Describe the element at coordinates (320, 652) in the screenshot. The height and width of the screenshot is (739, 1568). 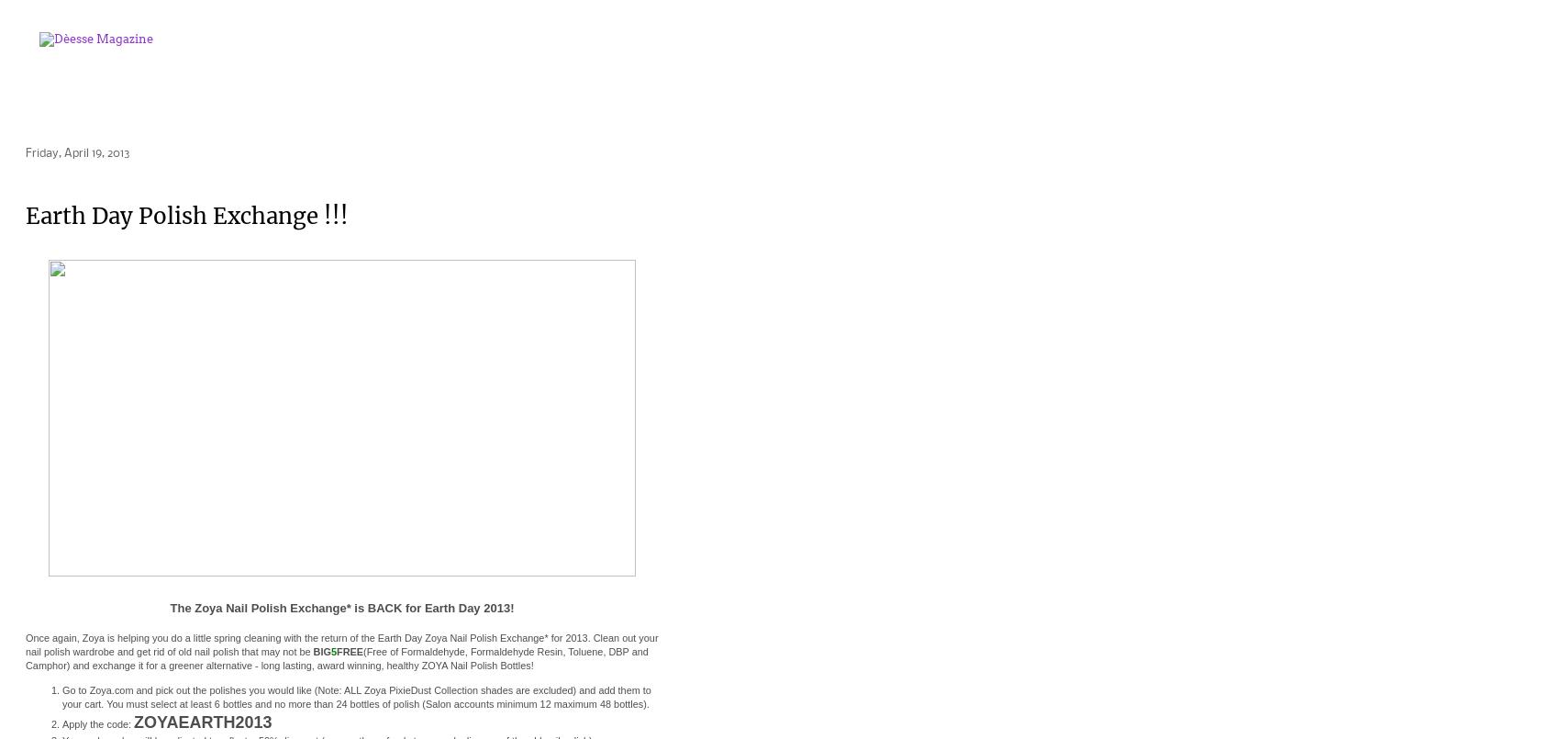
I see `'BIG'` at that location.